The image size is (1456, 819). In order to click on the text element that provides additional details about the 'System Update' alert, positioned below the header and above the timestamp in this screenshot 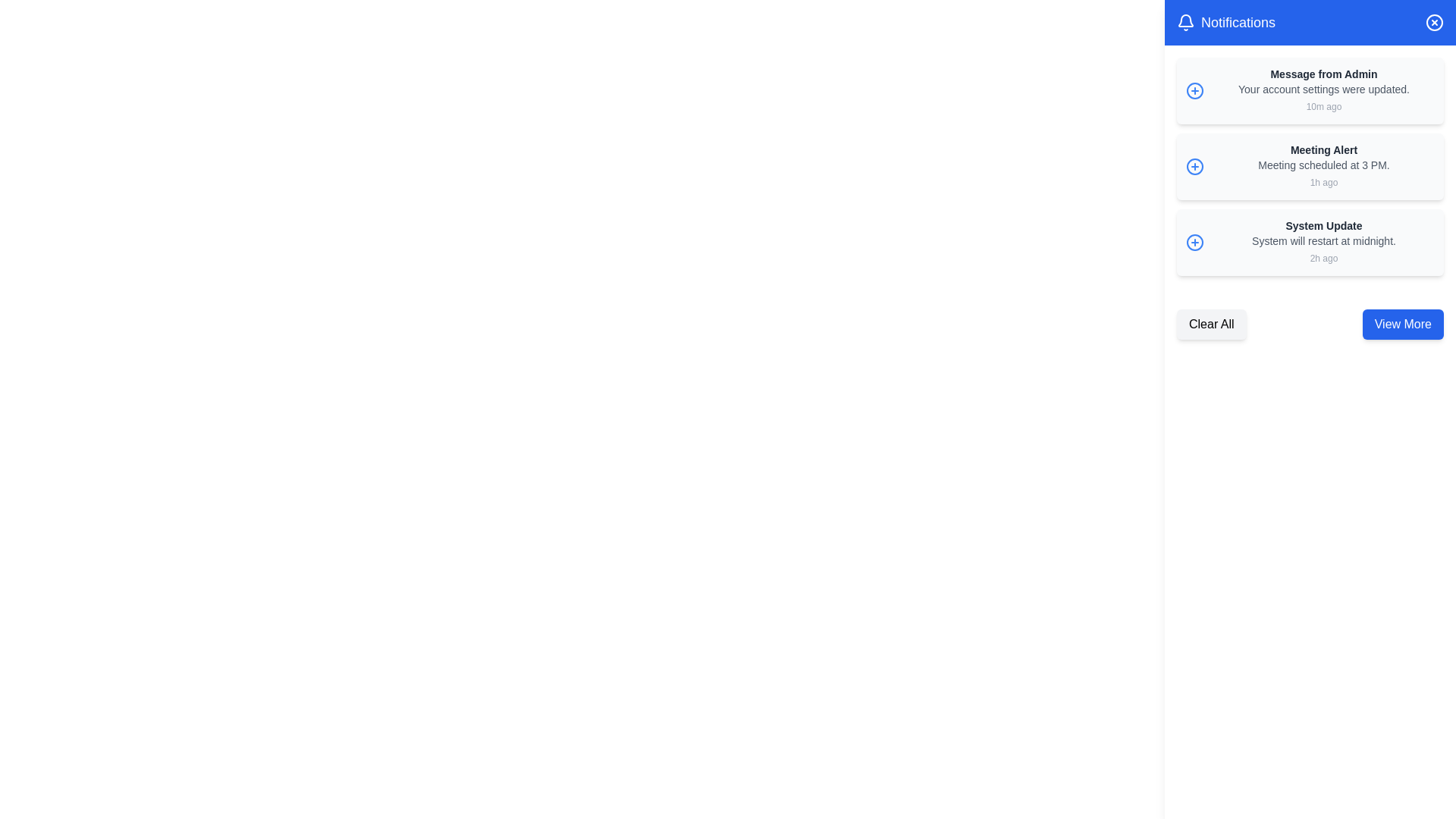, I will do `click(1323, 240)`.